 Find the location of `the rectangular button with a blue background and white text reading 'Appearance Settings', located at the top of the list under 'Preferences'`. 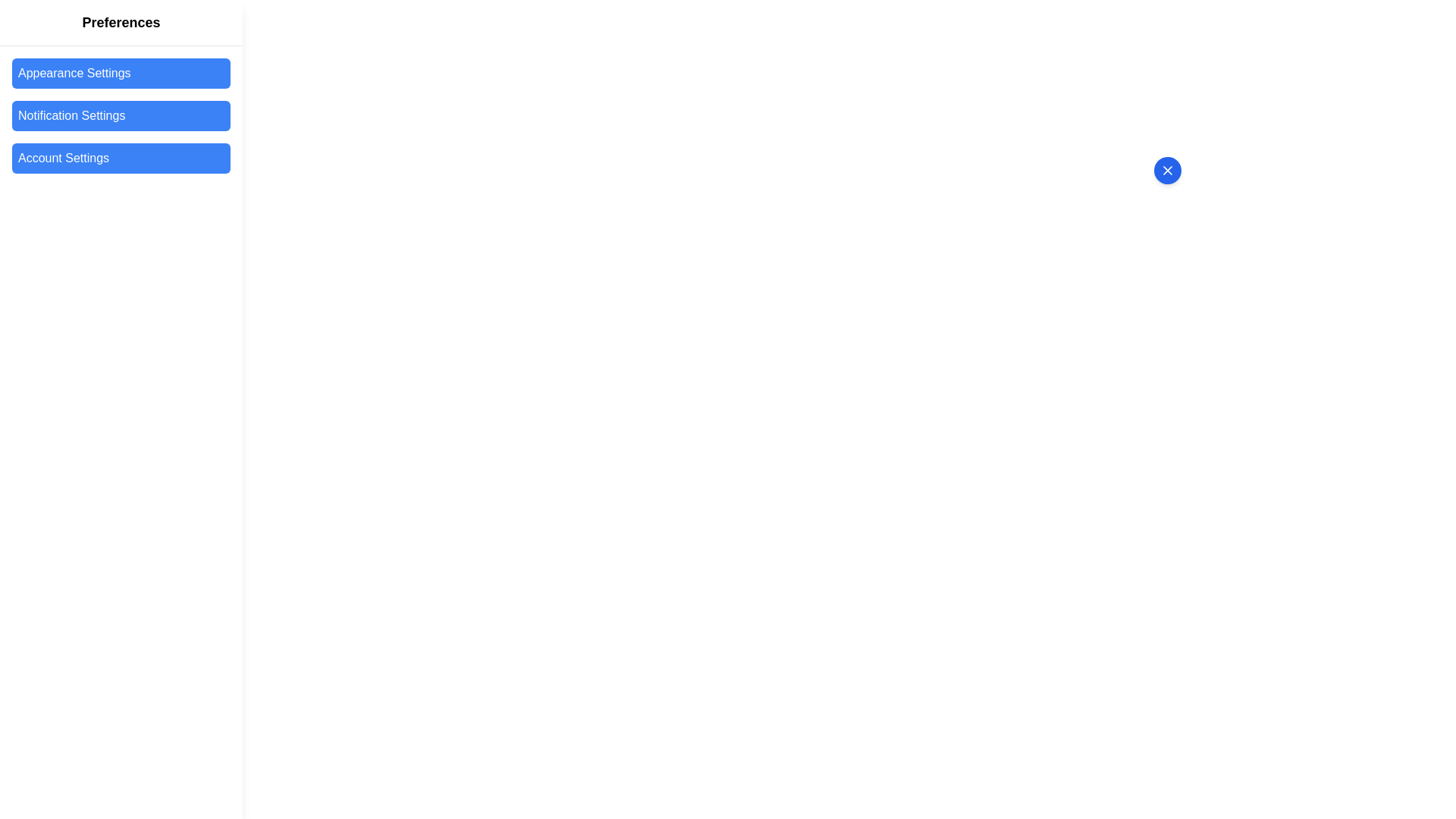

the rectangular button with a blue background and white text reading 'Appearance Settings', located at the top of the list under 'Preferences' is located at coordinates (120, 73).